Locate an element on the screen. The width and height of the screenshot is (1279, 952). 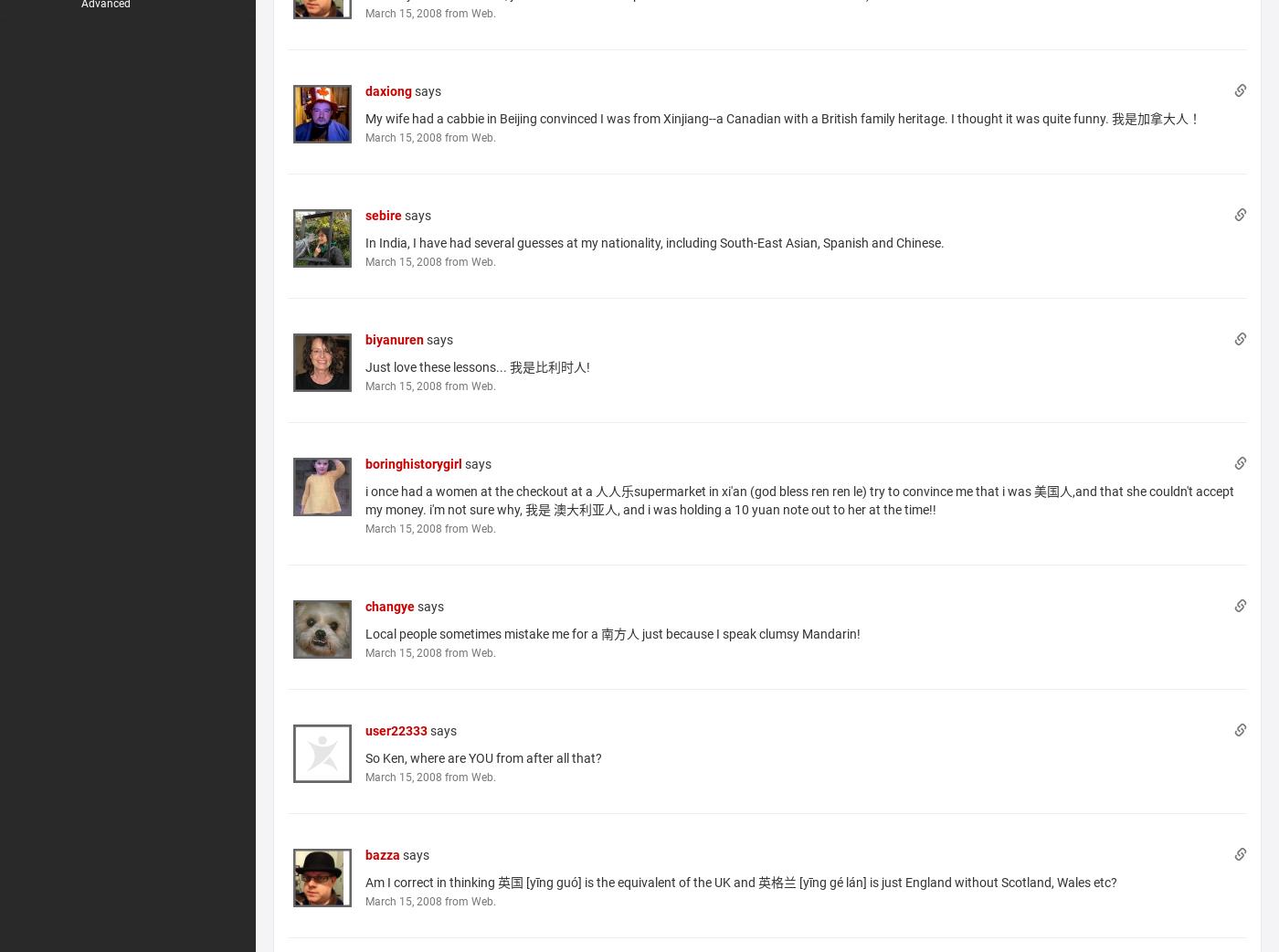
'bazza' is located at coordinates (364, 852).